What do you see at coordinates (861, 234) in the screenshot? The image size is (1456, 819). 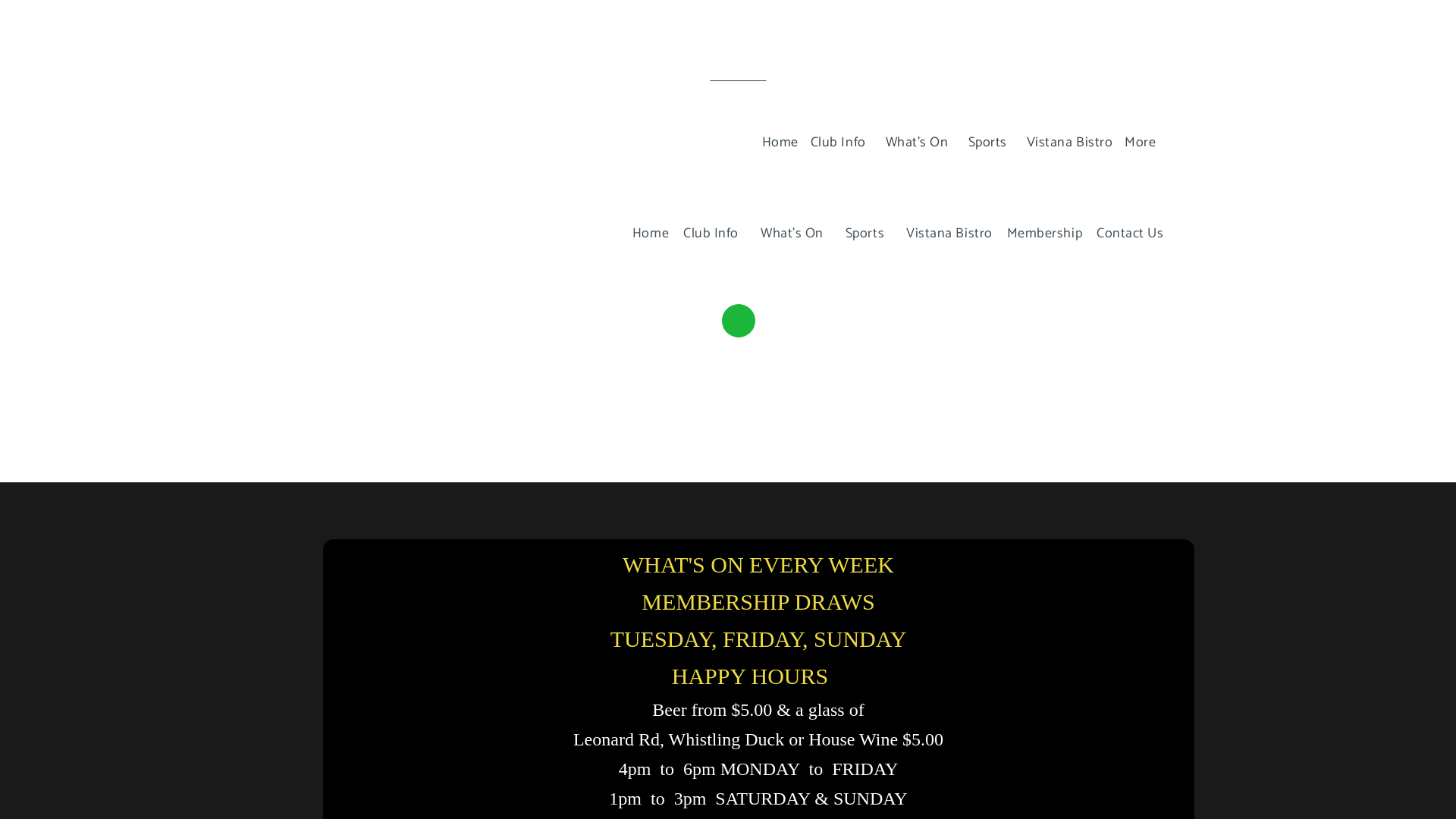 I see `'Sports'` at bounding box center [861, 234].